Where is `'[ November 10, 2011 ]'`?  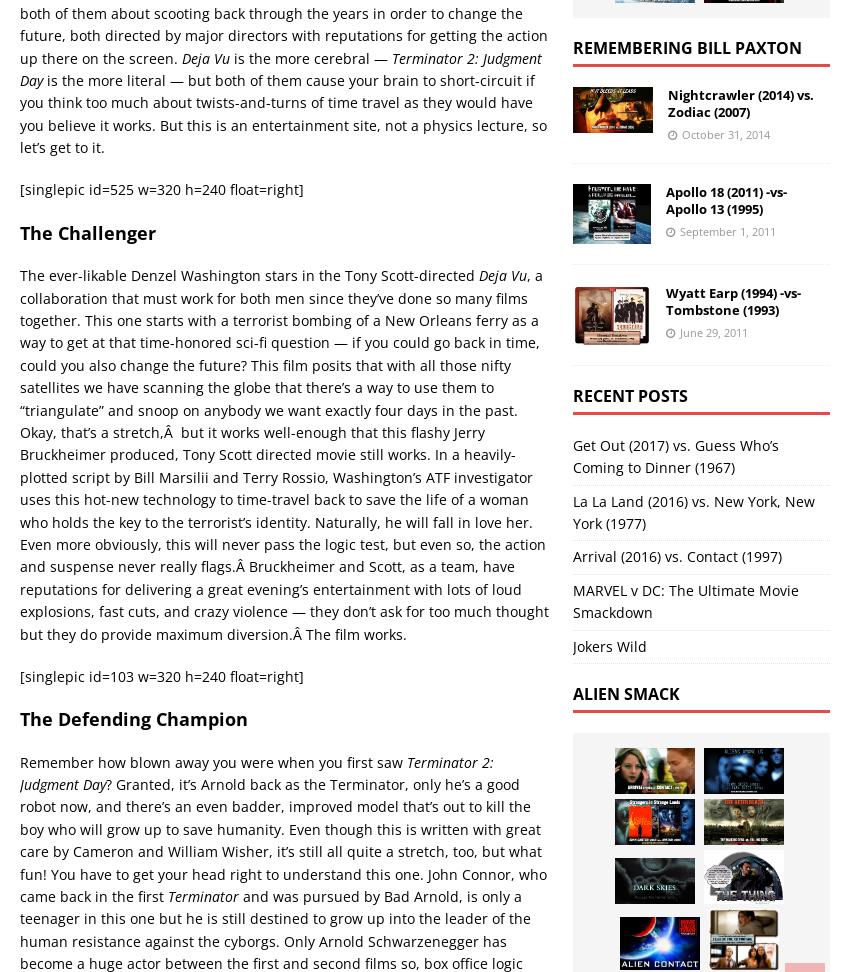 '[ November 10, 2011 ]' is located at coordinates (223, 104).